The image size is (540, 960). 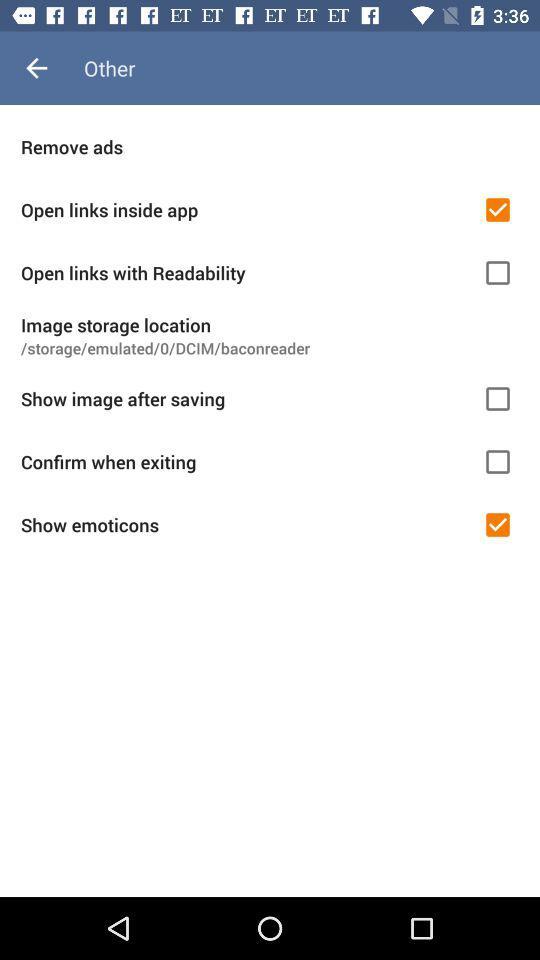 I want to click on the icon above the remove ads item, so click(x=36, y=68).